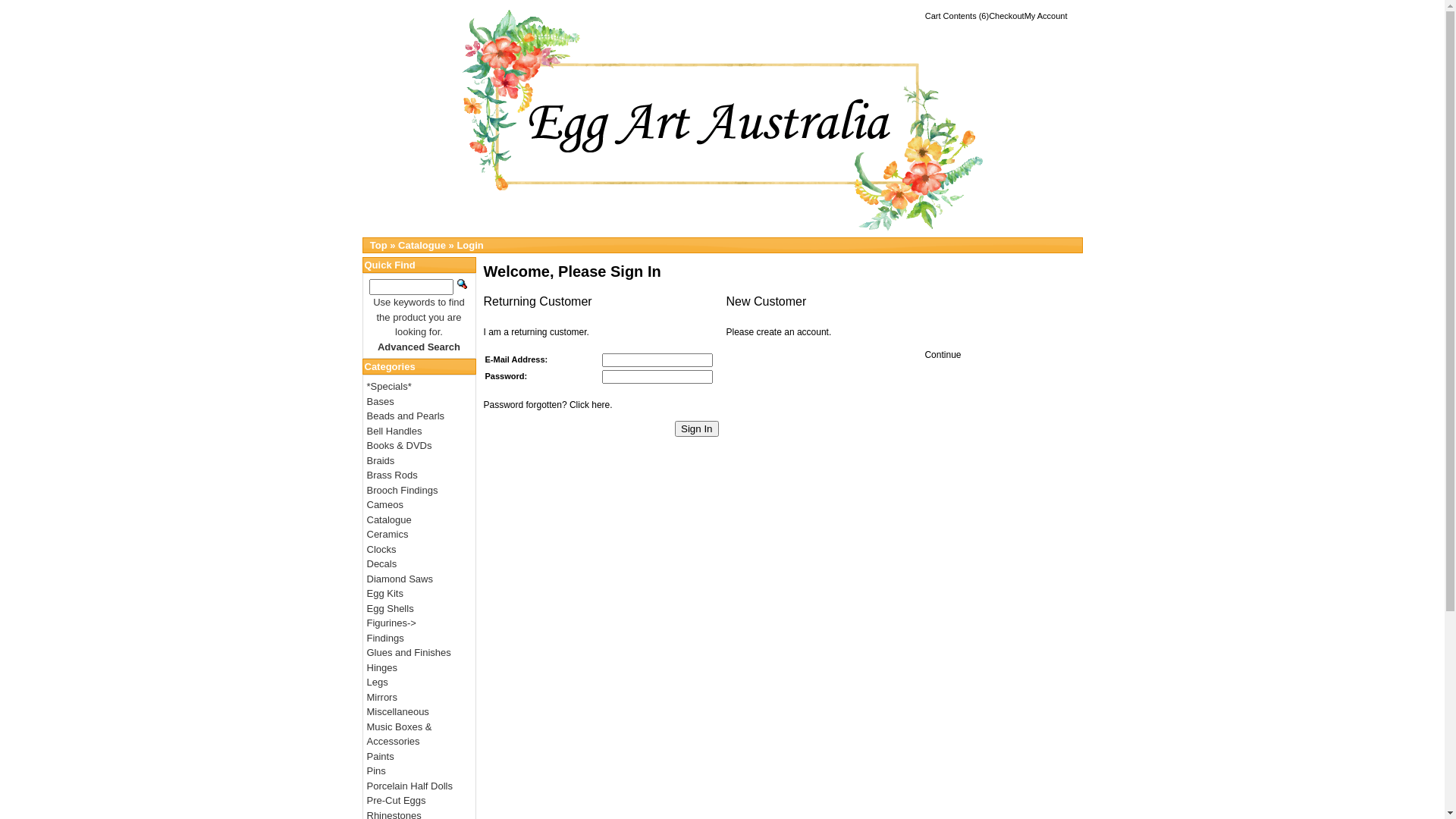 The width and height of the screenshot is (1456, 819). Describe the element at coordinates (385, 592) in the screenshot. I see `'Egg Kits'` at that location.